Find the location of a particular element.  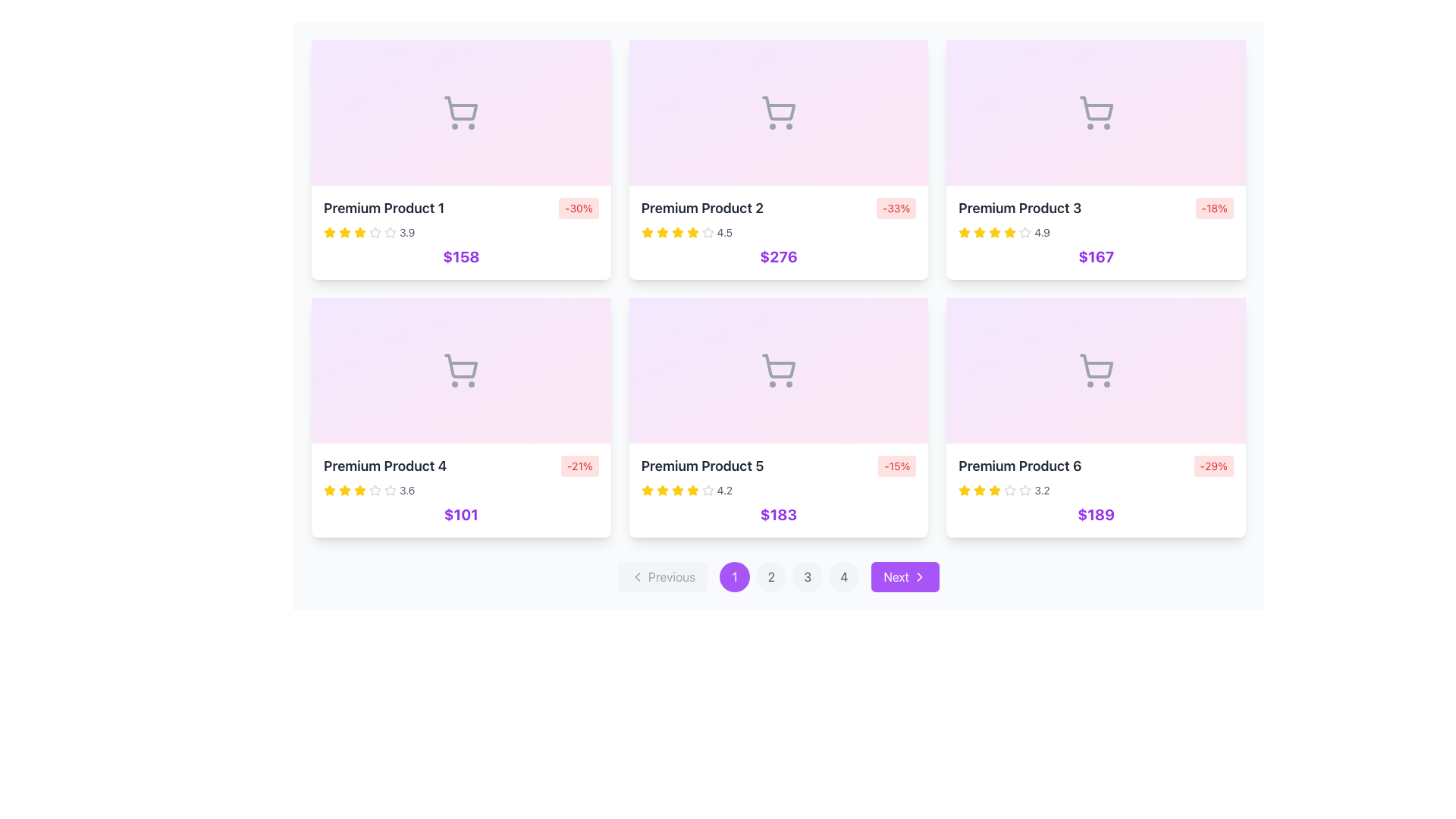

price displayed in the bold, large purple text label showing '$276' located below the rating display of the 'Premium Product 2' card is located at coordinates (779, 256).